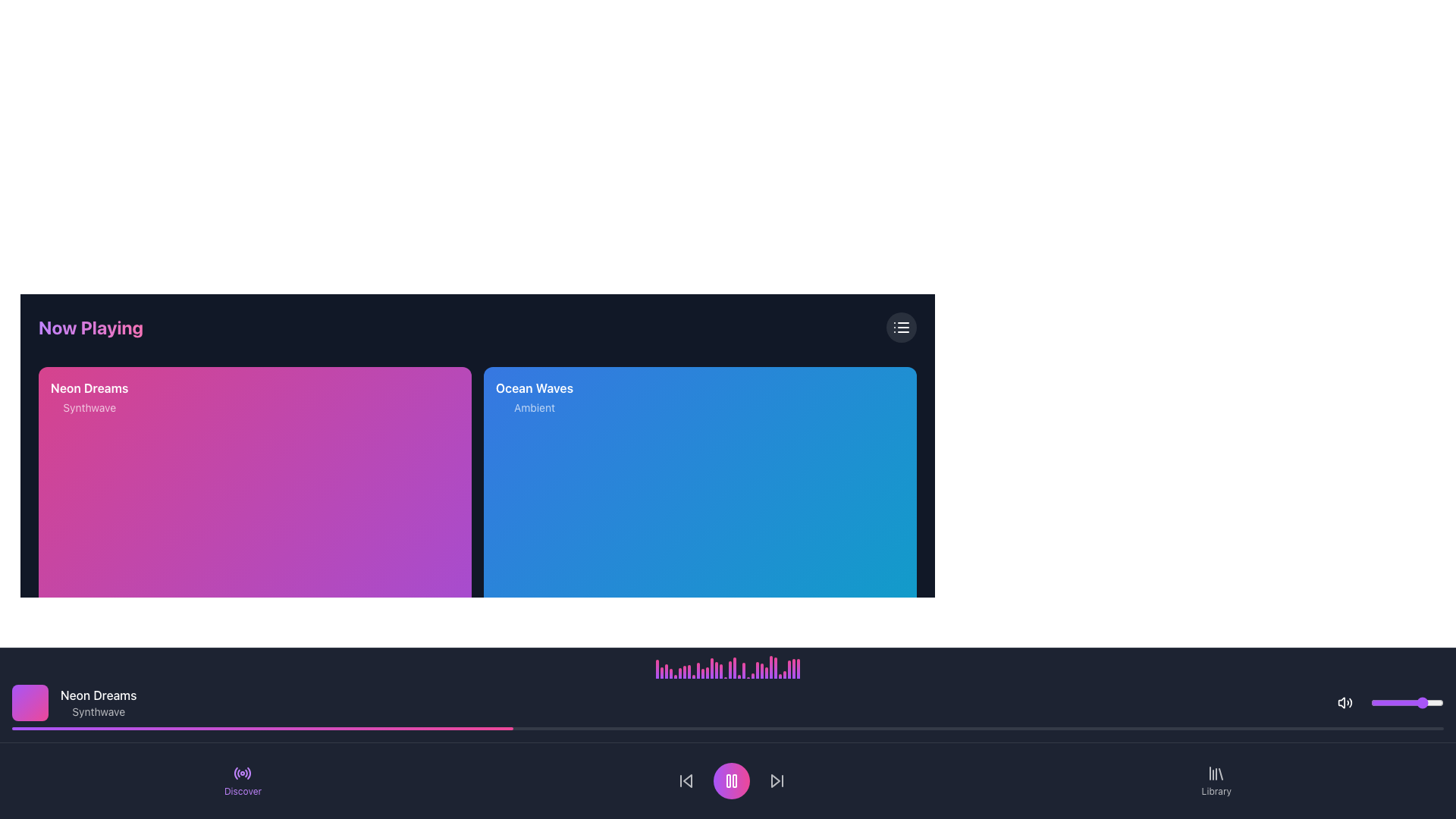  I want to click on the 'Library' icon located at the bottom-right corner of the interface, so click(1216, 773).